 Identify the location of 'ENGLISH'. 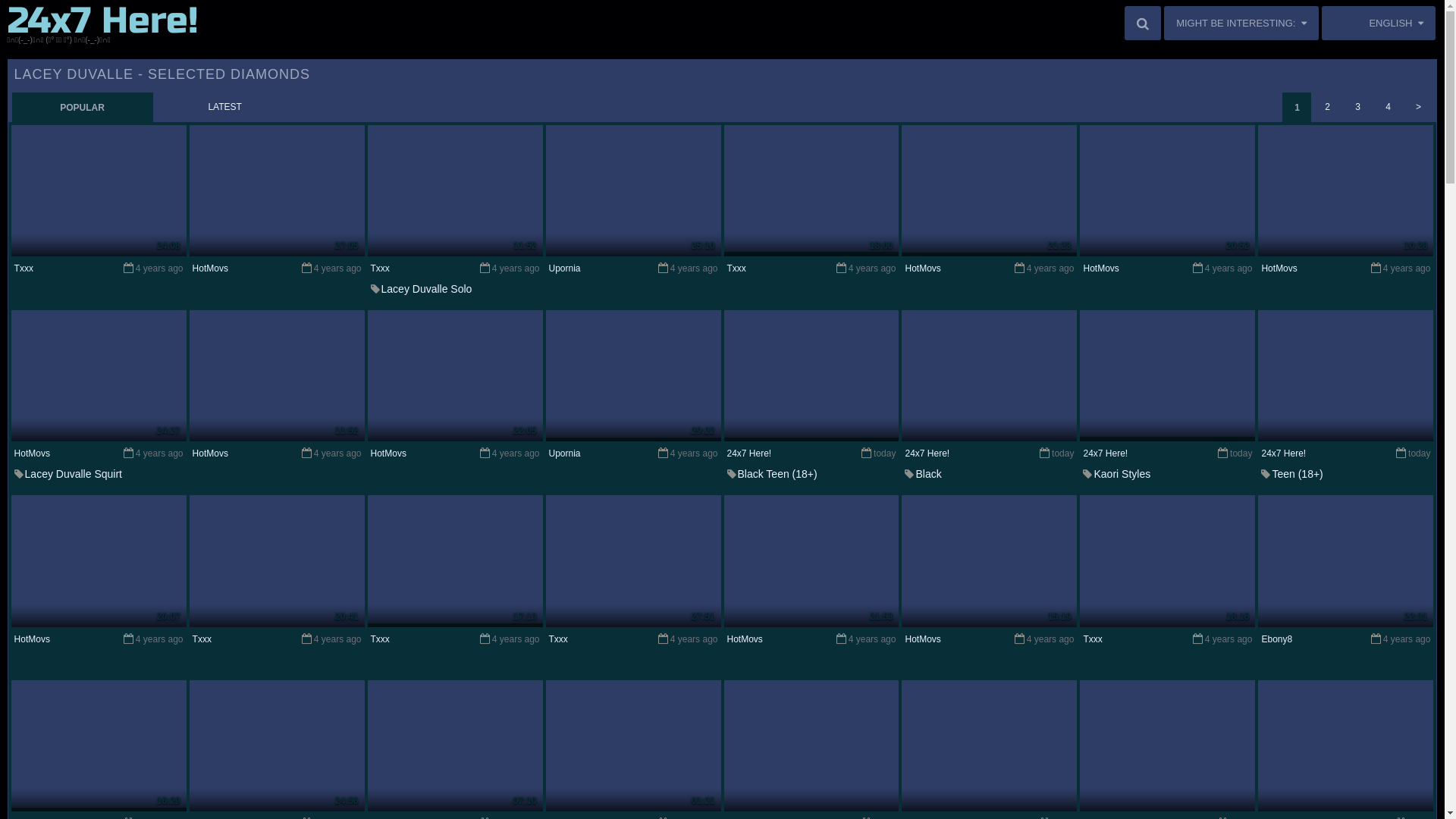
(1379, 23).